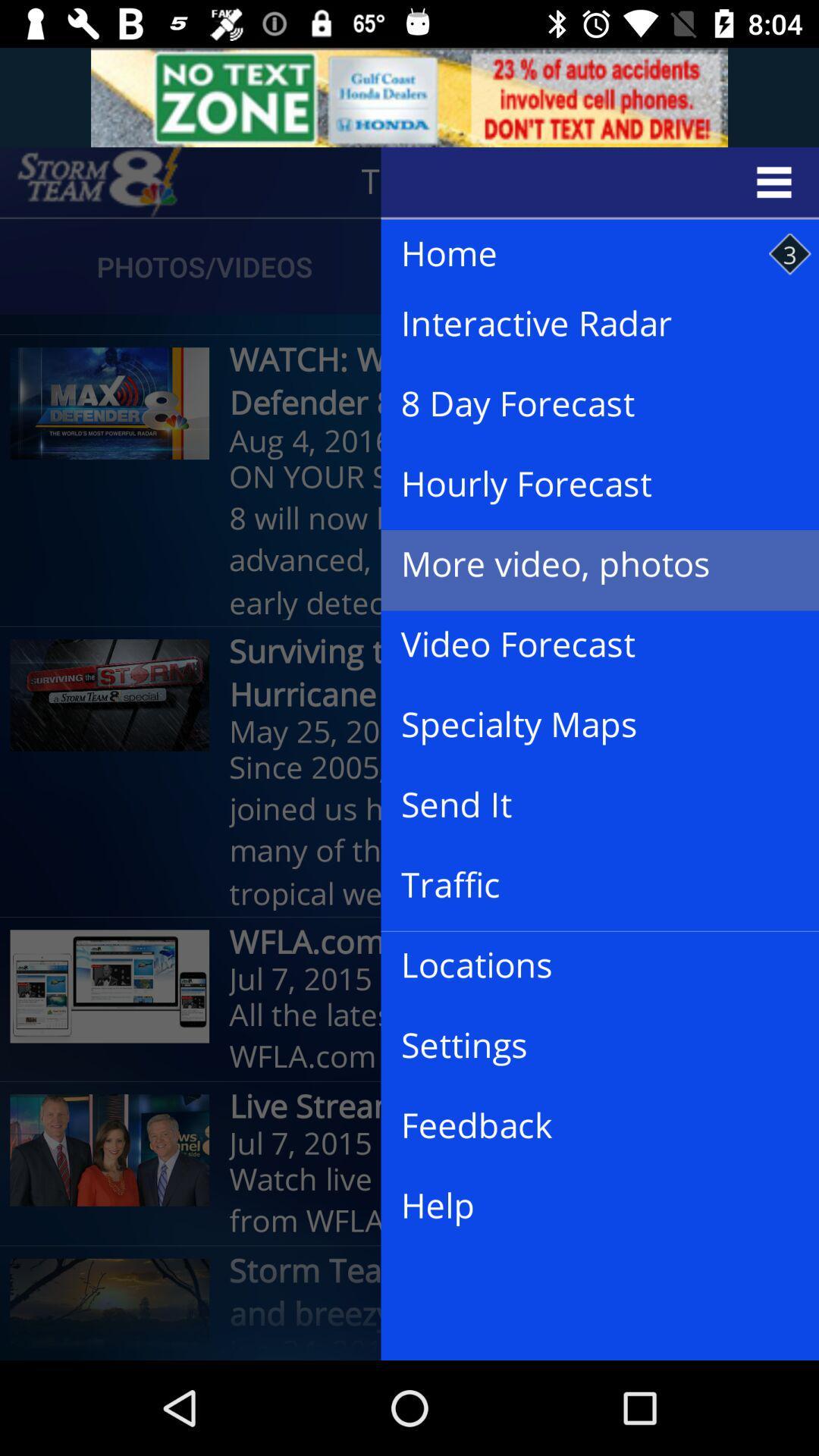 This screenshot has height=1456, width=819. What do you see at coordinates (109, 986) in the screenshot?
I see `the third image which is on the left corner of the page` at bounding box center [109, 986].